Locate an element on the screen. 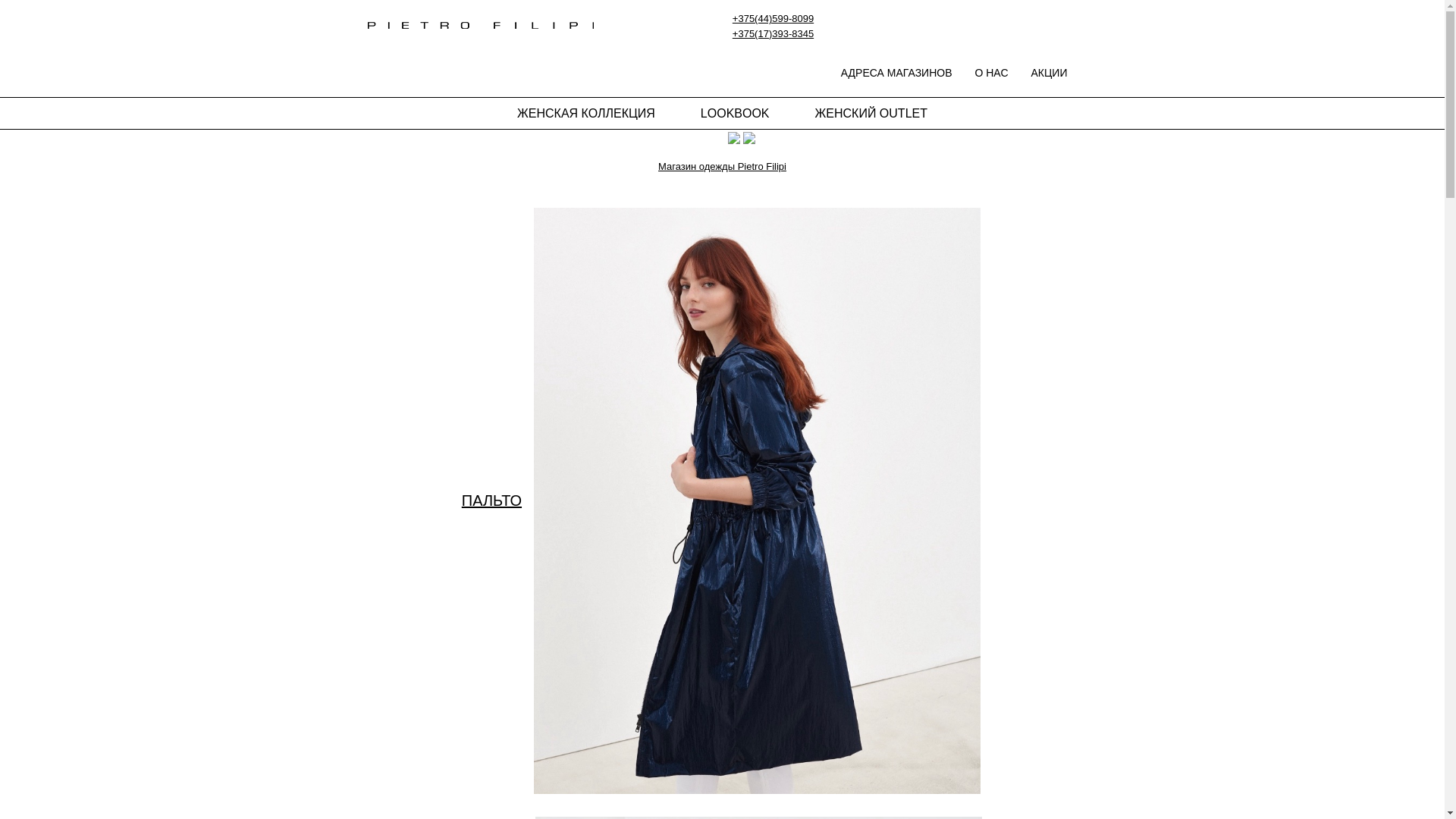  'LOOKBOOK' is located at coordinates (735, 112).